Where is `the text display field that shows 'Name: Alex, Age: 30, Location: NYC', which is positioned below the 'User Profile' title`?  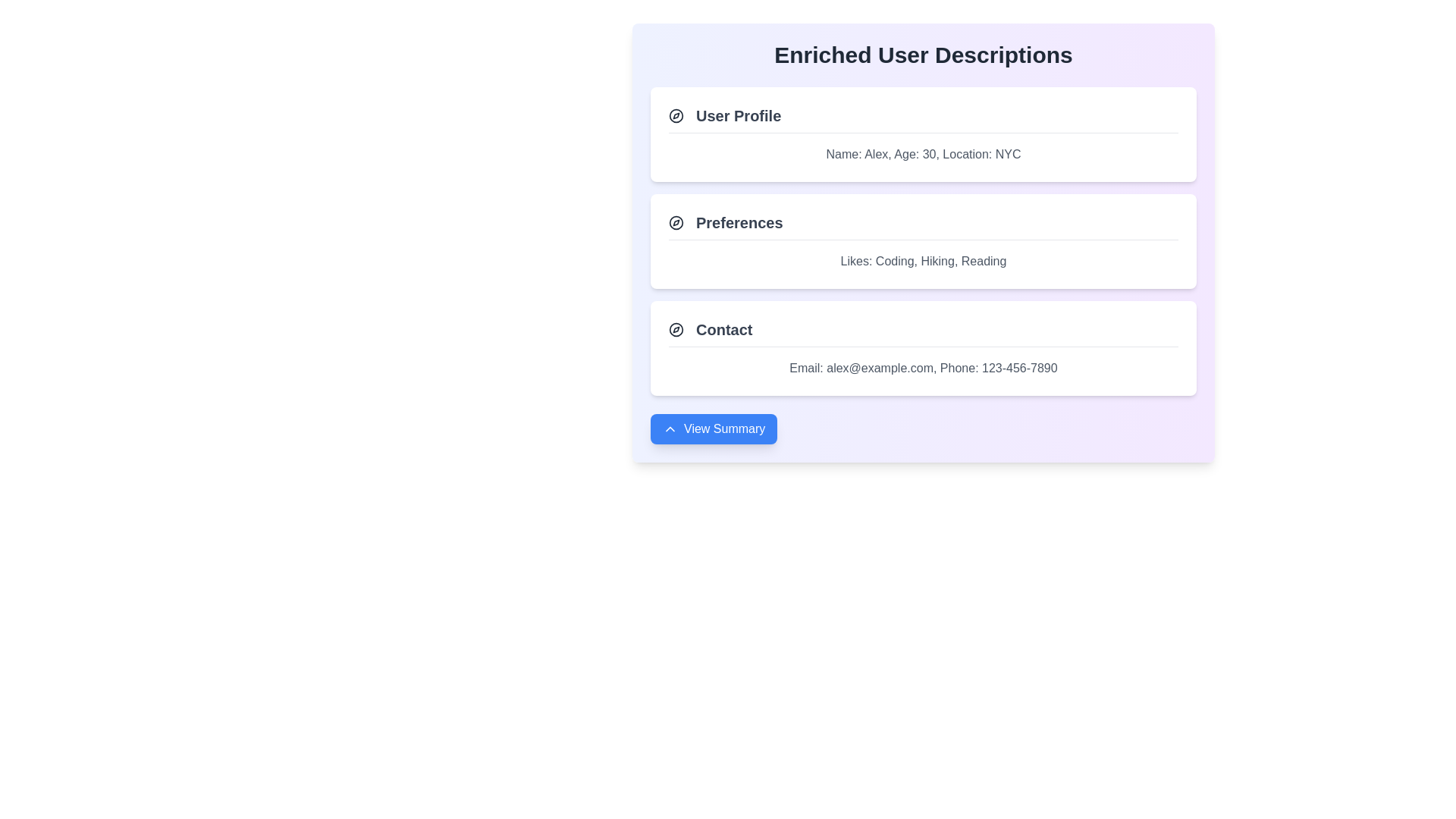 the text display field that shows 'Name: Alex, Age: 30, Location: NYC', which is positioned below the 'User Profile' title is located at coordinates (923, 149).